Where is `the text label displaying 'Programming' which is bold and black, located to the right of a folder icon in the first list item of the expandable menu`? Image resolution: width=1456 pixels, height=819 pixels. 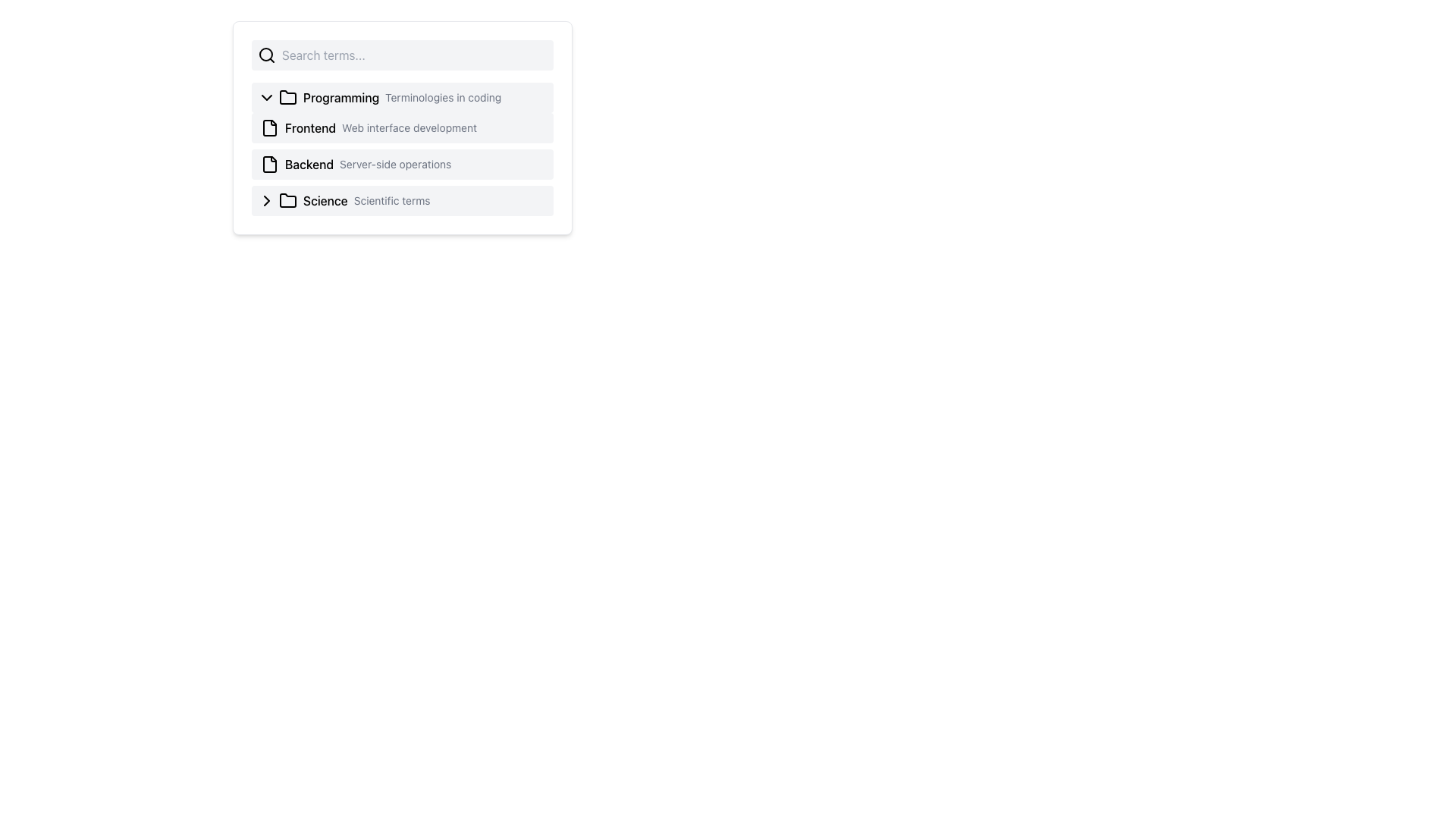 the text label displaying 'Programming' which is bold and black, located to the right of a folder icon in the first list item of the expandable menu is located at coordinates (340, 97).